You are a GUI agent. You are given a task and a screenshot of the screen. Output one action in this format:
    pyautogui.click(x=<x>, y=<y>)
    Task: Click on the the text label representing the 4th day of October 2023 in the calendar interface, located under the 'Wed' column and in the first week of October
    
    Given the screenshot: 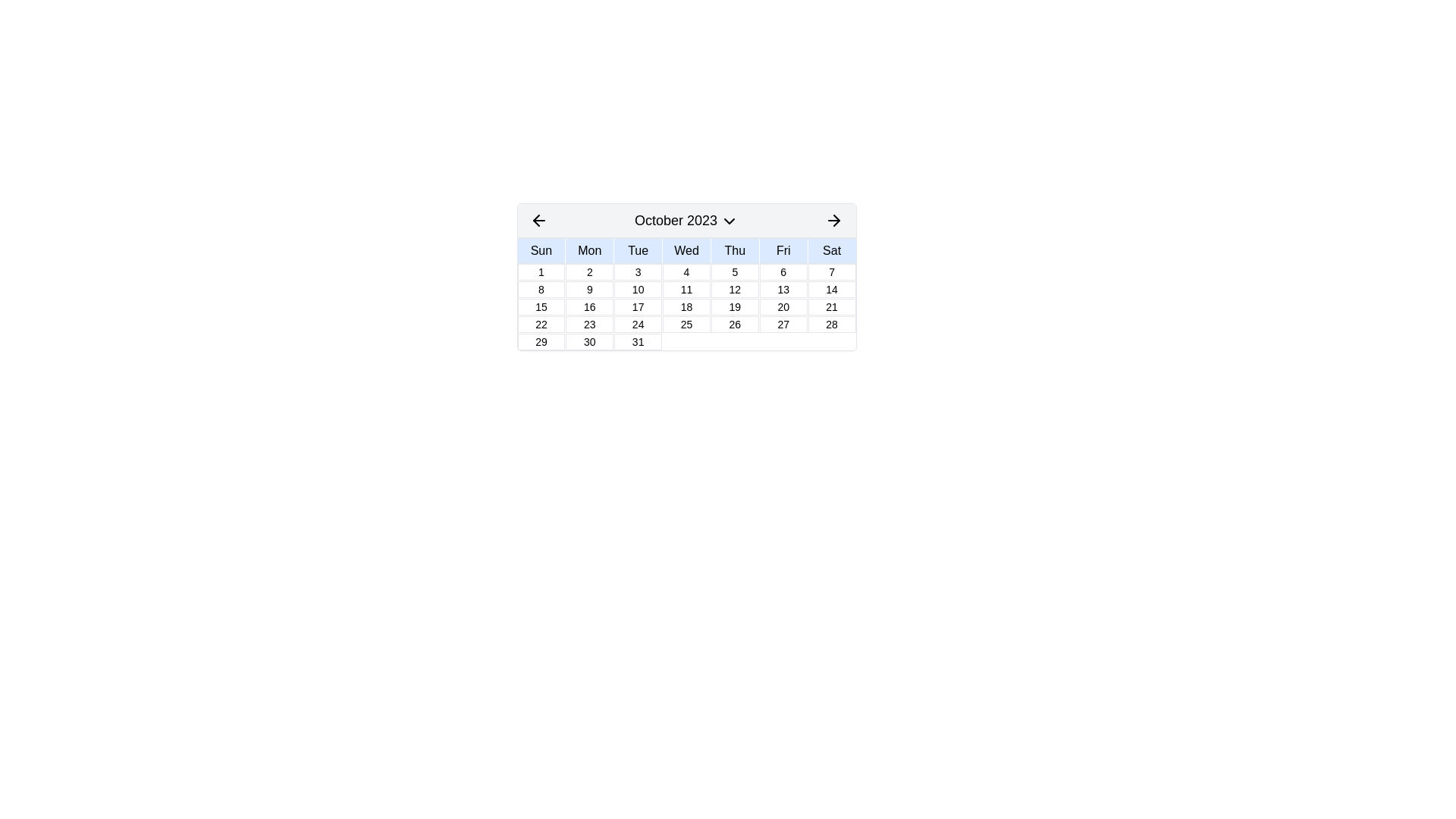 What is the action you would take?
    pyautogui.click(x=686, y=271)
    